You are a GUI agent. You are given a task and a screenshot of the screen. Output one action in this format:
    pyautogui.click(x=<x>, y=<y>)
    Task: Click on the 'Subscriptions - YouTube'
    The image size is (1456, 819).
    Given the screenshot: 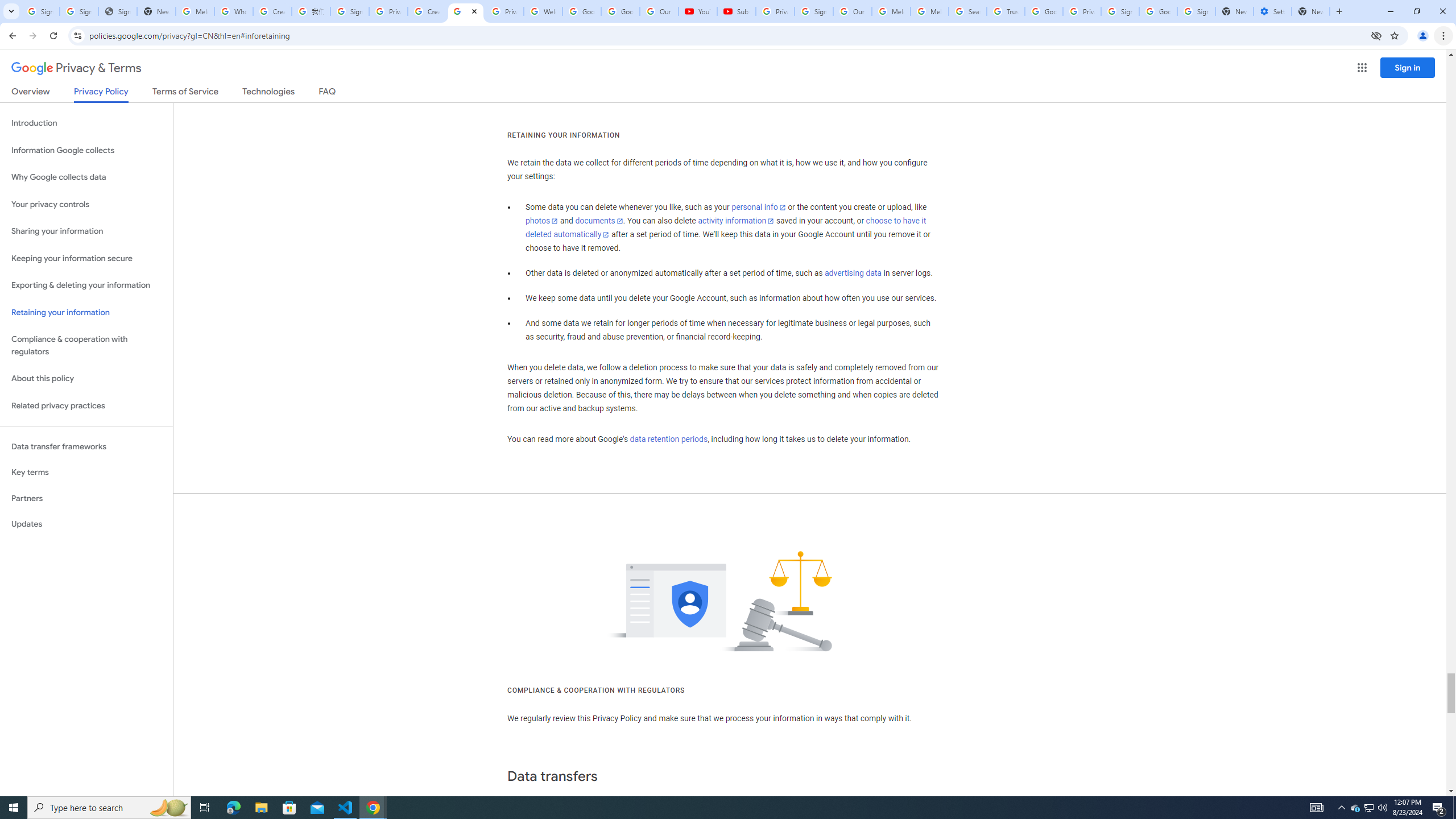 What is the action you would take?
    pyautogui.click(x=737, y=11)
    